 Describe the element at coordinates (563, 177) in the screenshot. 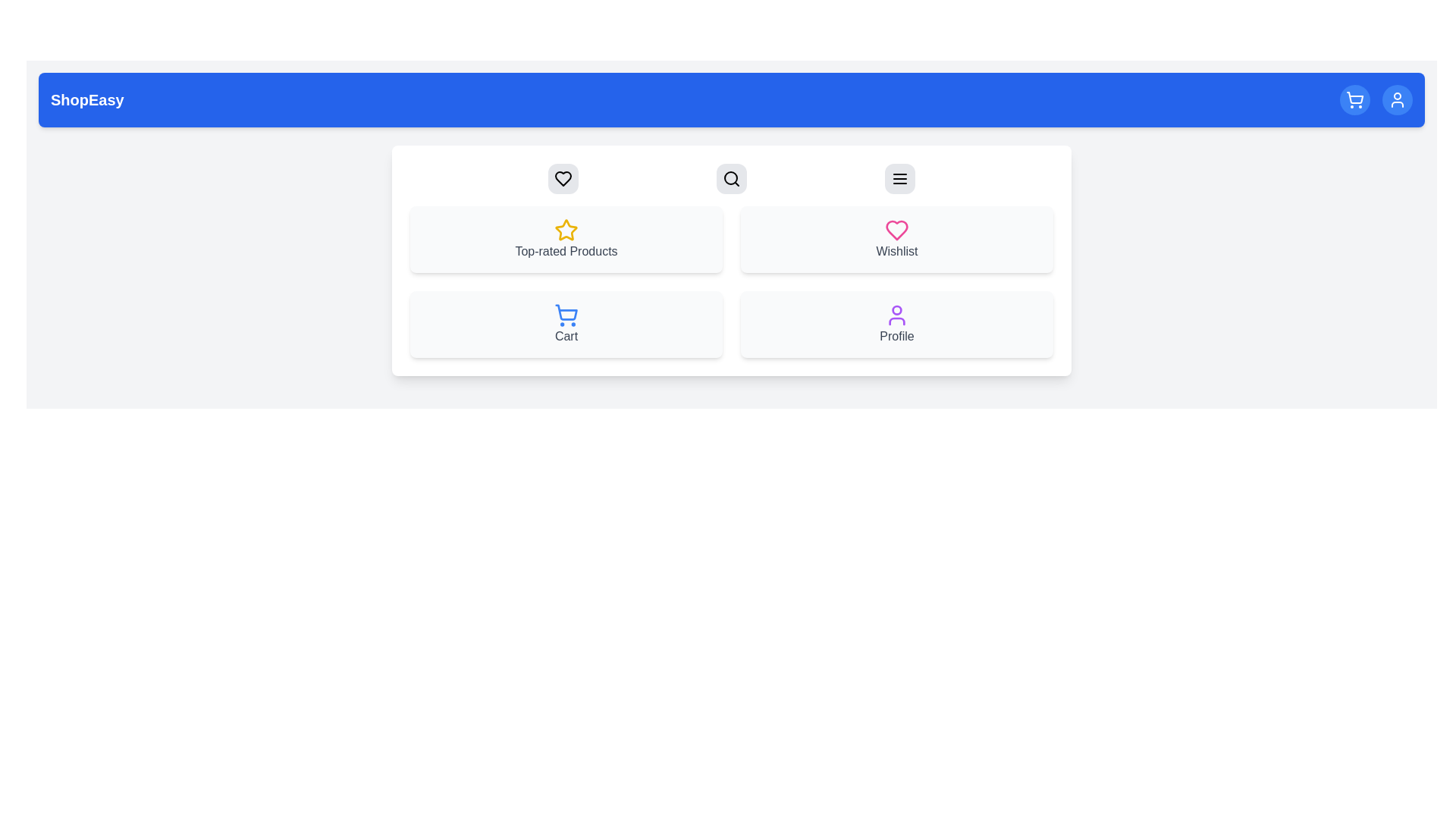

I see `the heart icon located in the upper-right quadrant of the card layout, which serves as a selector for the 'Wishlist' functionality` at that location.